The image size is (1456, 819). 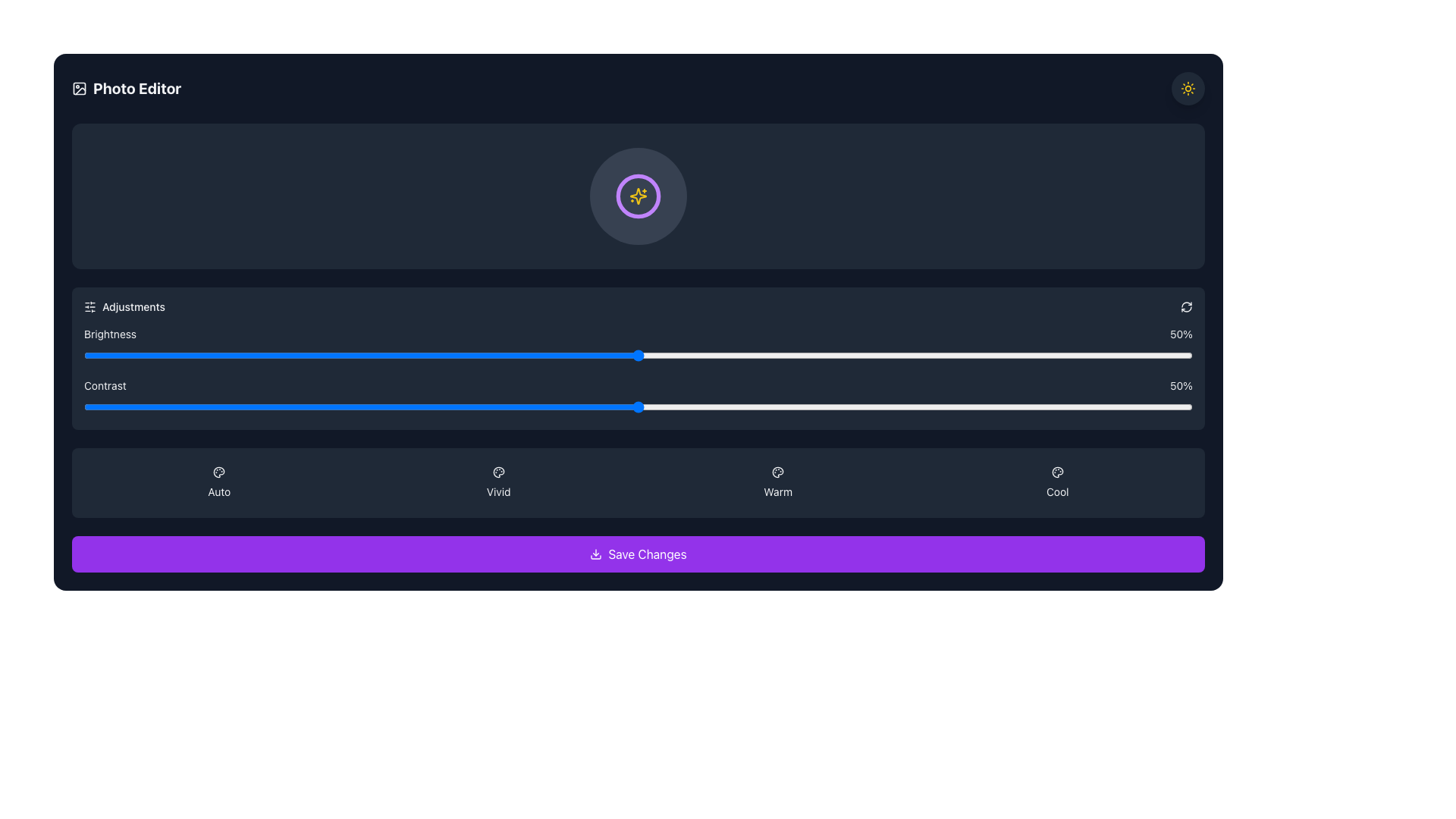 What do you see at coordinates (294, 356) in the screenshot?
I see `brightness` at bounding box center [294, 356].